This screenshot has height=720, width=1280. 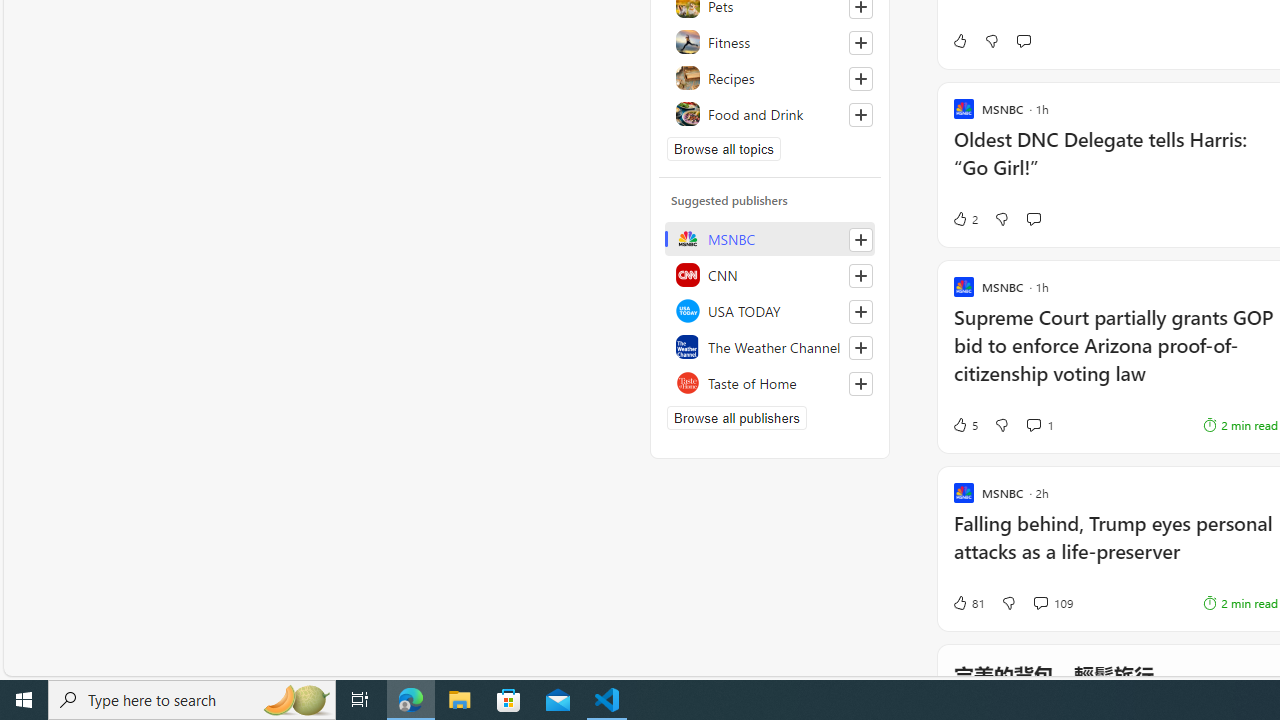 What do you see at coordinates (958, 41) in the screenshot?
I see `'Like'` at bounding box center [958, 41].